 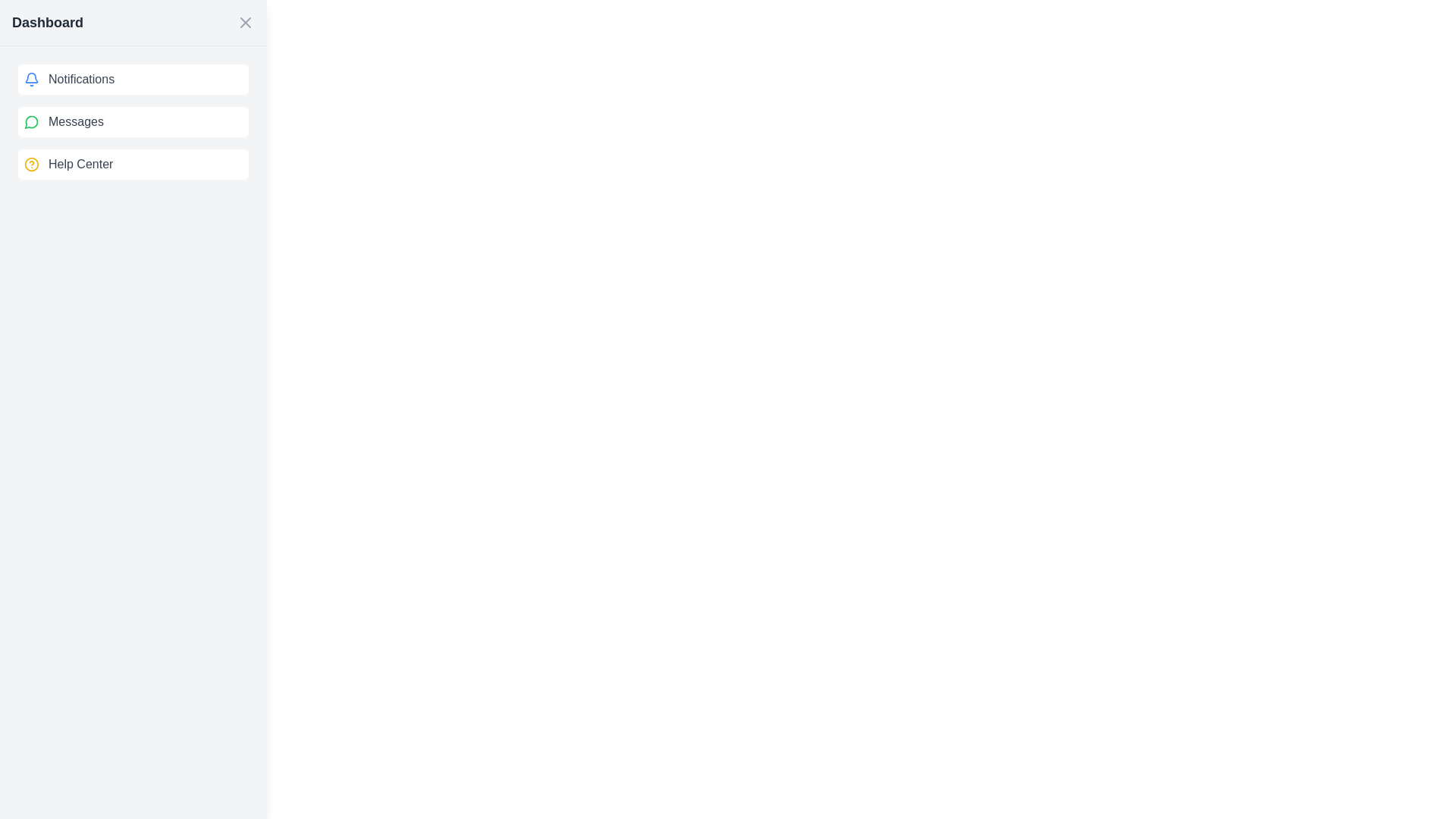 What do you see at coordinates (32, 121) in the screenshot?
I see `the green chat bubble icon in the navigation sidebar preceding the 'Messages' text` at bounding box center [32, 121].